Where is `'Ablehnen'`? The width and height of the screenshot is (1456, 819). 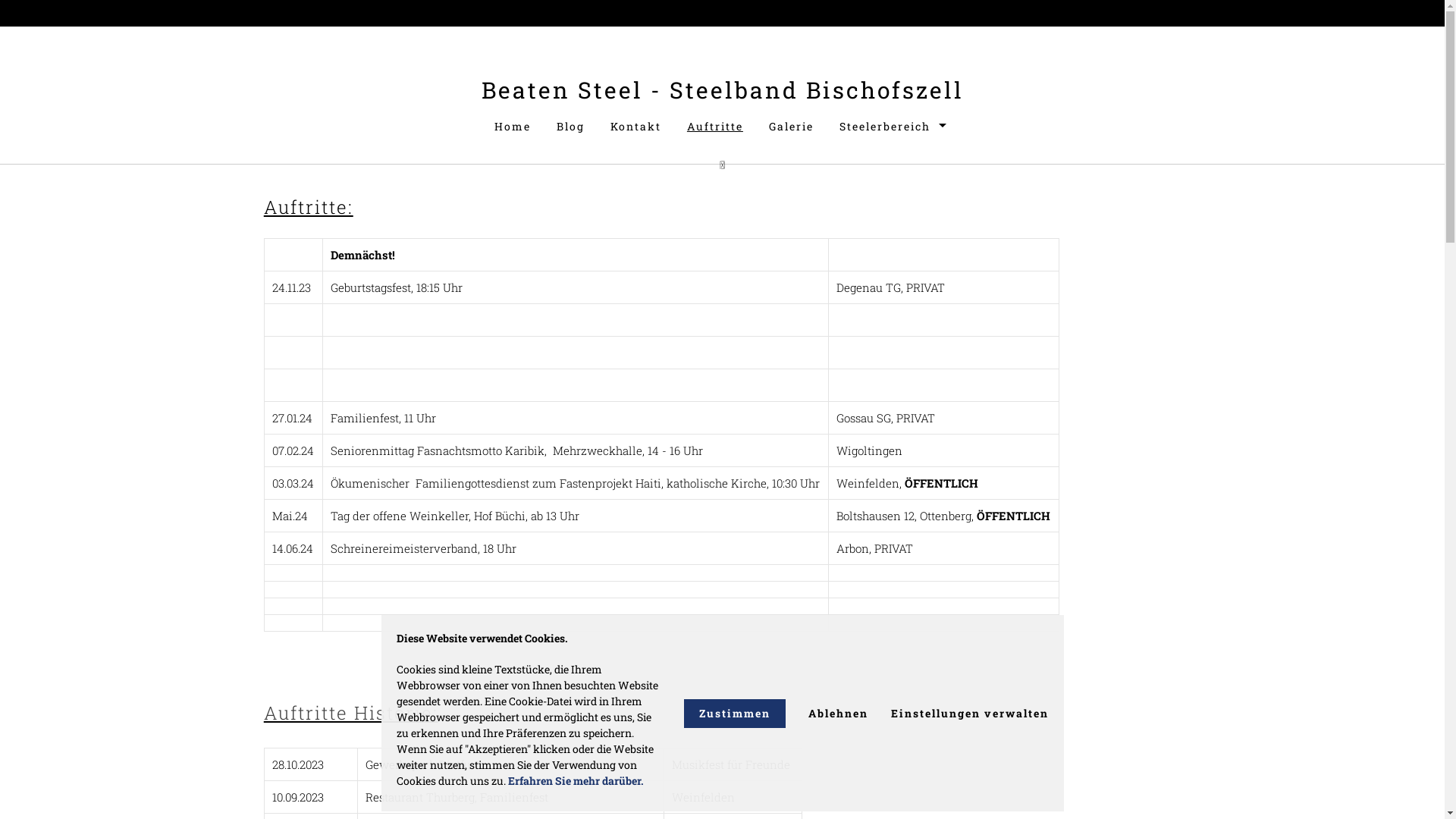 'Ablehnen' is located at coordinates (837, 714).